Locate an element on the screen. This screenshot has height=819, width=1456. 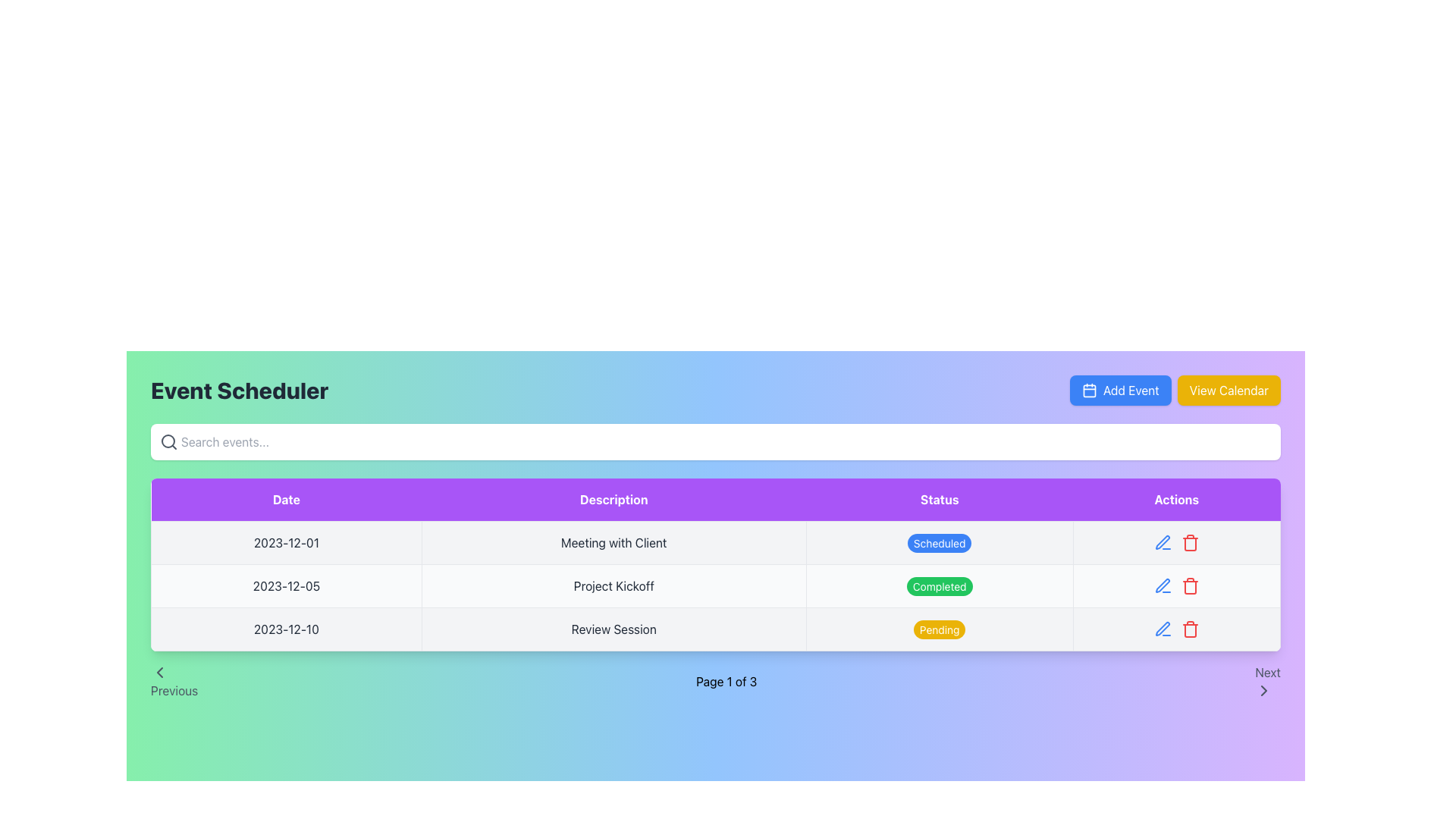
the trash bin icon in the 'Actions' column of the last row of the table is located at coordinates (1175, 629).